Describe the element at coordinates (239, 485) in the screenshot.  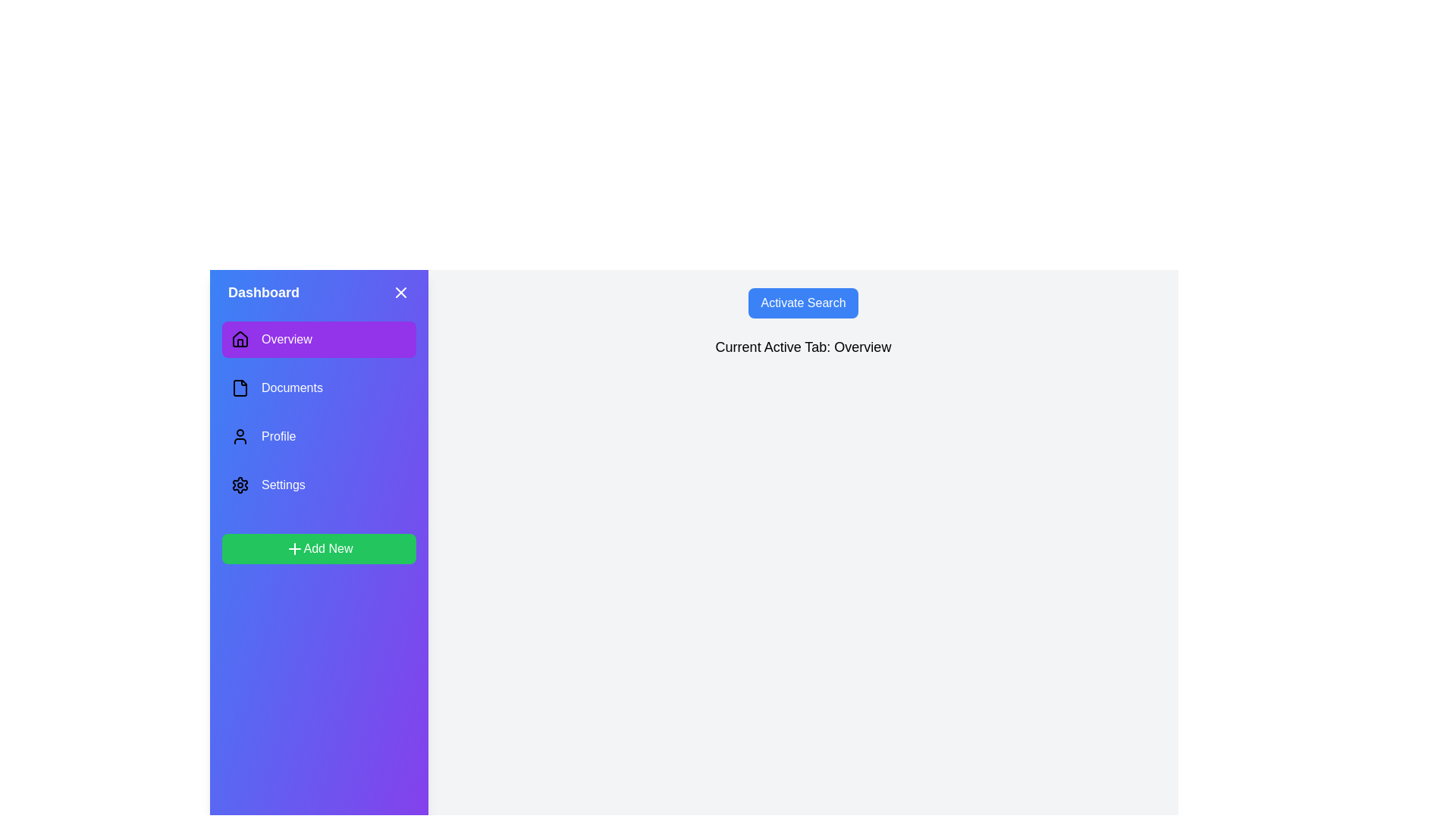
I see `the gear-like icon representing settings, located in the left-hand blue menu pane, fourth in the vertical stack beneath the 'Profile' item` at that location.